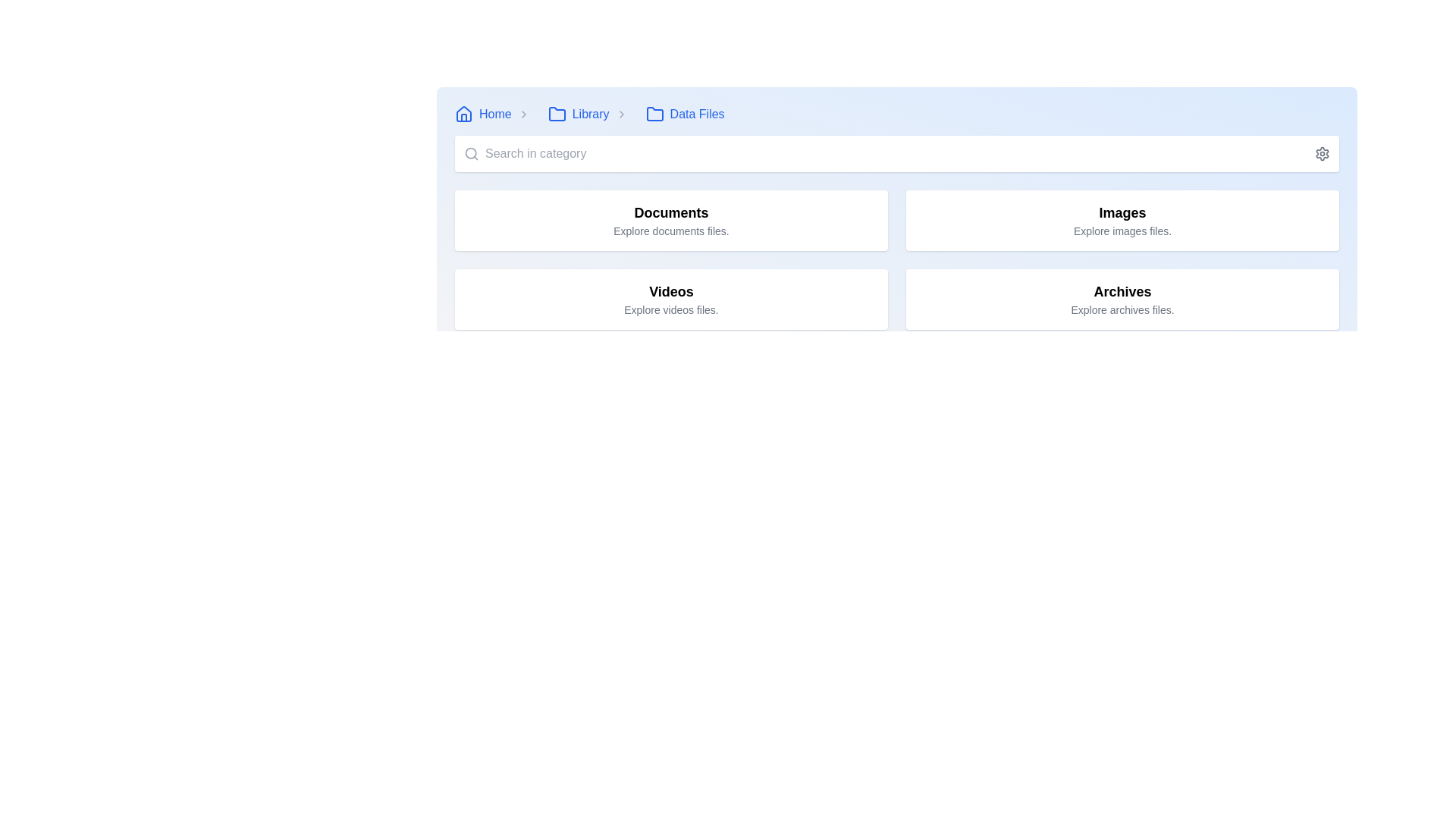  What do you see at coordinates (495, 113) in the screenshot?
I see `the 'Home' text label in the breadcrumb navigation` at bounding box center [495, 113].